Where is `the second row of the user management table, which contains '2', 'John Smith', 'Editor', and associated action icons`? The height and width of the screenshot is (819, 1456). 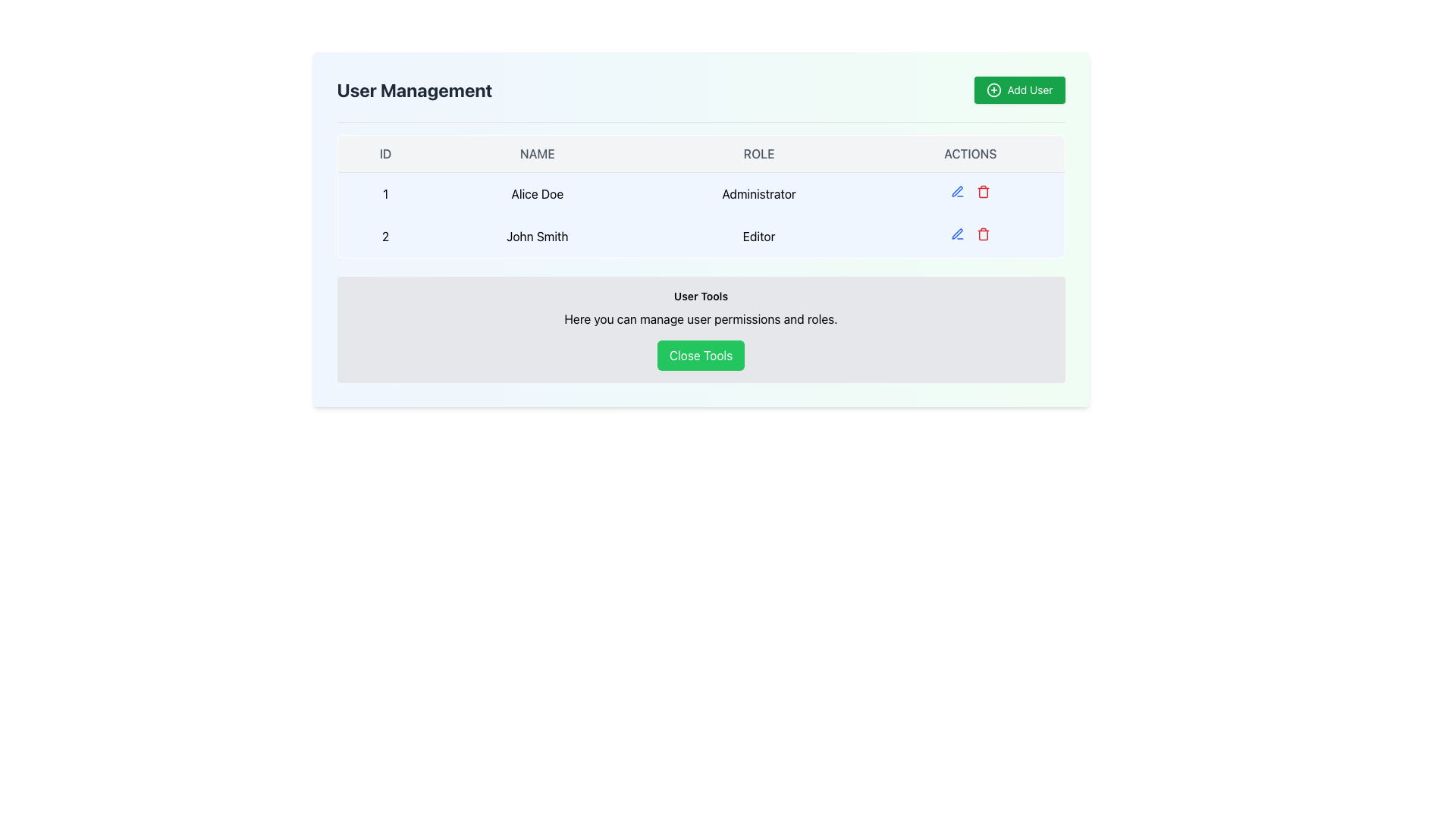
the second row of the user management table, which contains '2', 'John Smith', 'Editor', and associated action icons is located at coordinates (700, 215).